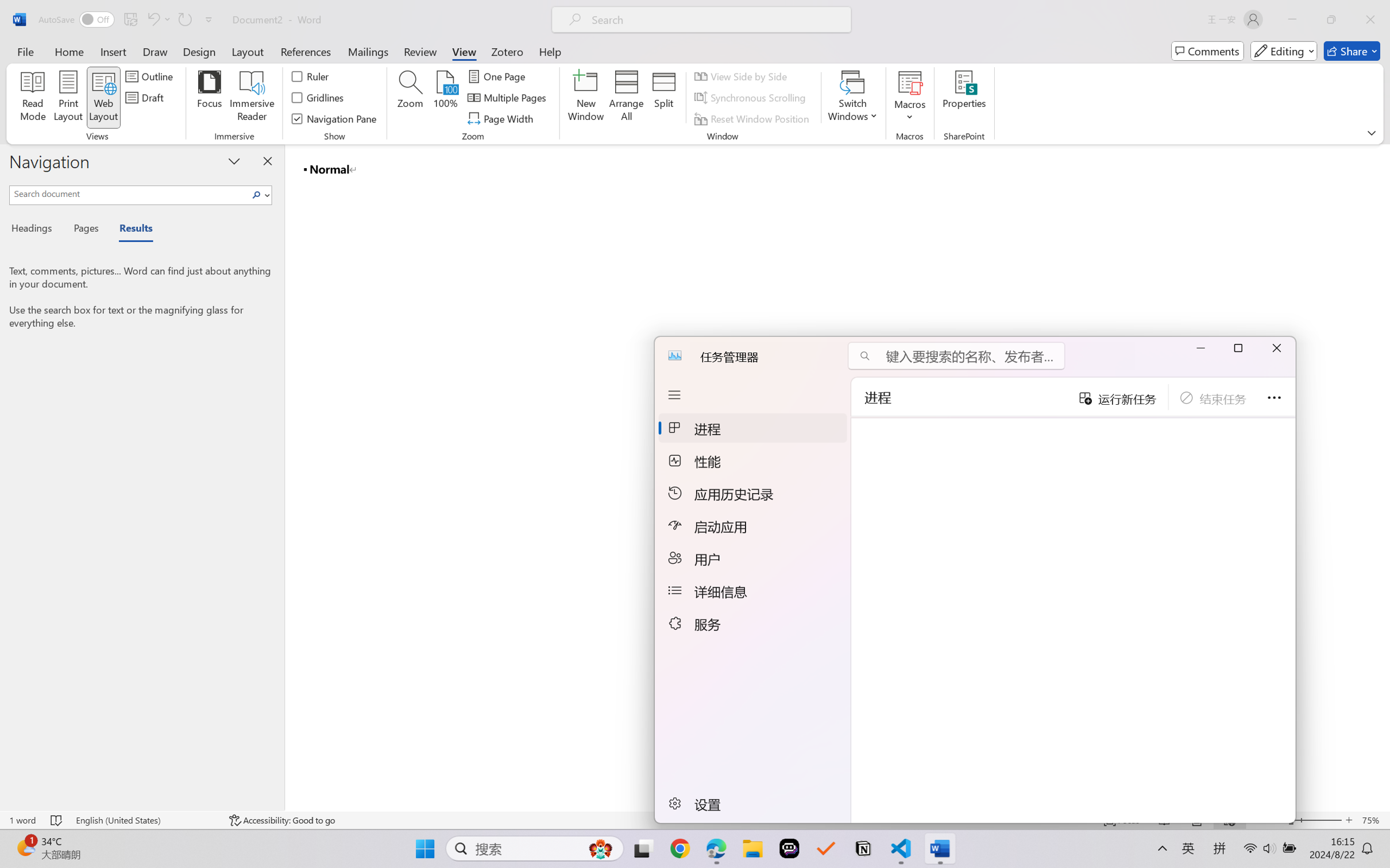  Describe the element at coordinates (679, 848) in the screenshot. I see `'Google Chrome'` at that location.